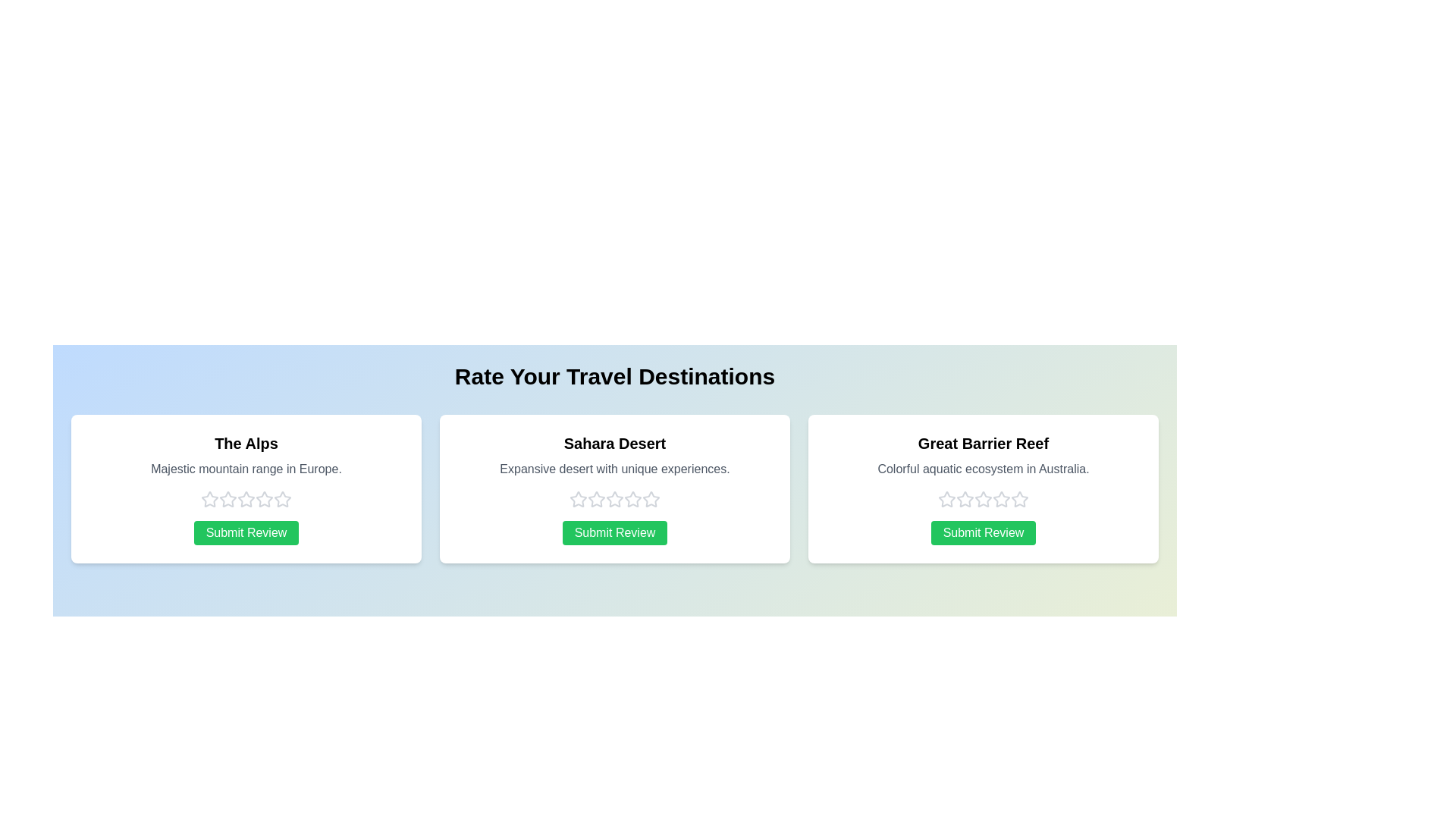  I want to click on the 'Submit Review' button for the selected destination Sahara Desert, so click(615, 532).